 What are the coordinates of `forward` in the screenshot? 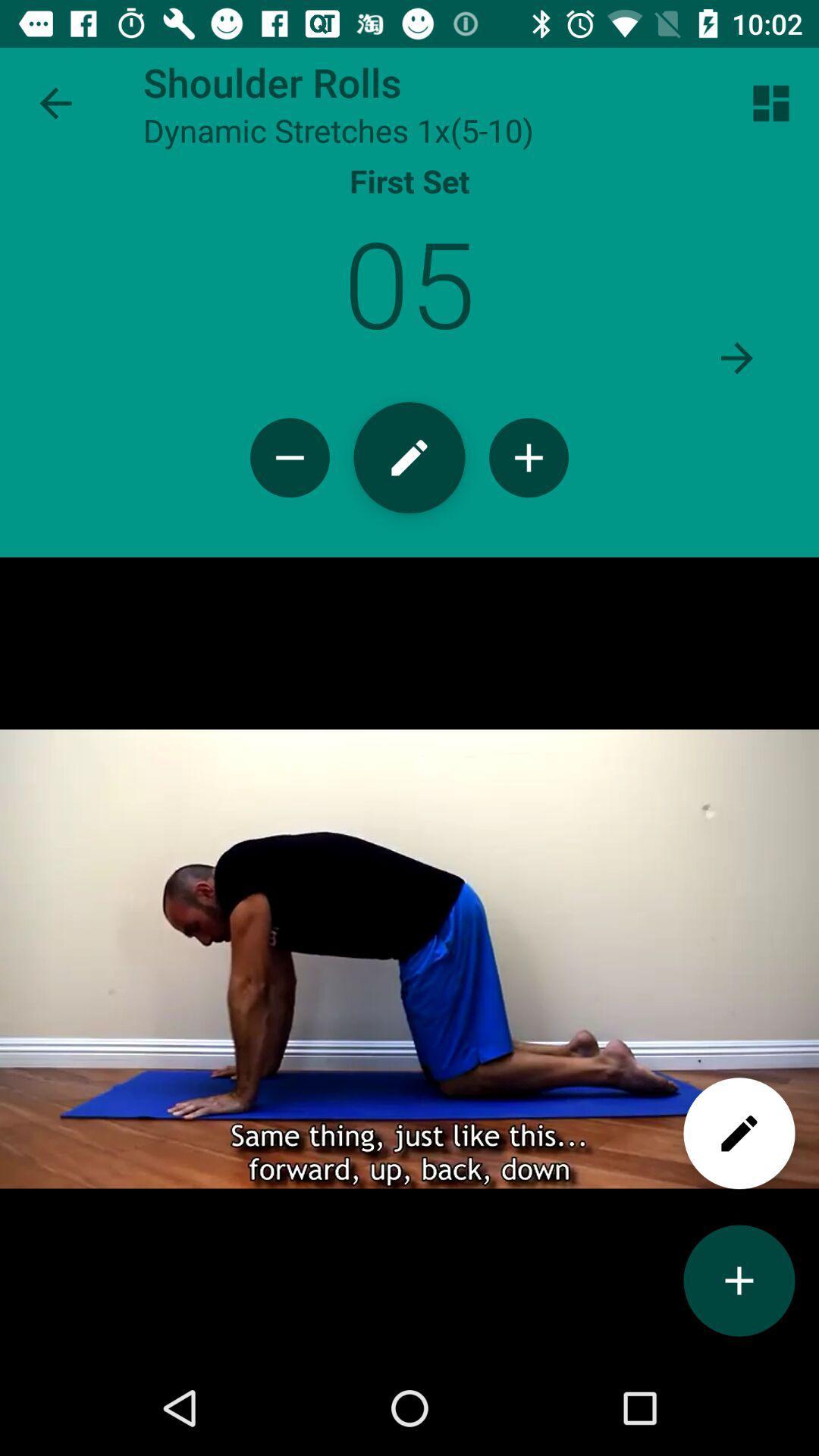 It's located at (736, 357).